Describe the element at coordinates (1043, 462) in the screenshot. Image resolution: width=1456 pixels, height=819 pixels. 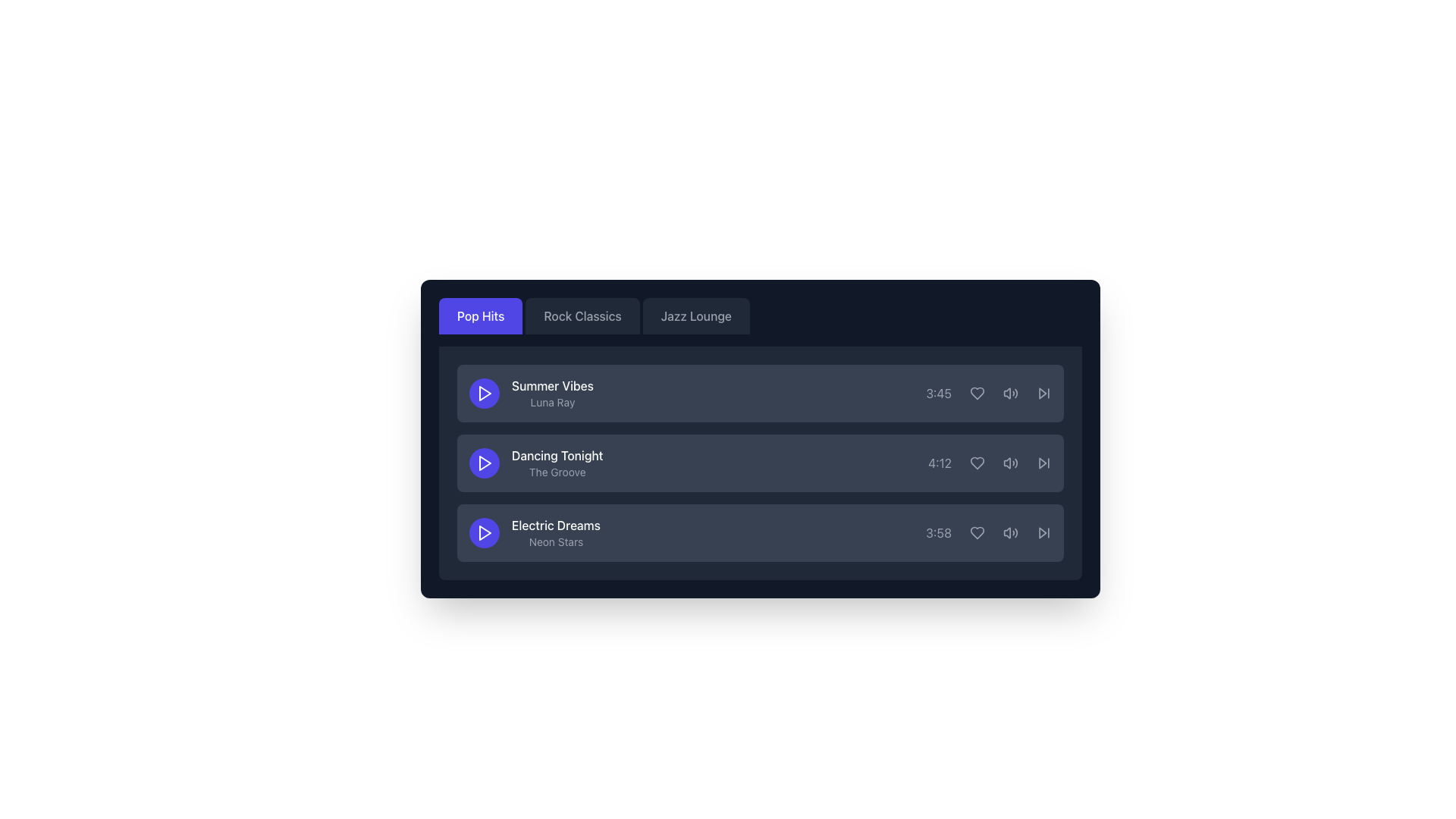
I see `the forward navigation icon, a double-chevron pointing to the right, located at the far right of the second song item ('Dancing Tonight') in the playlist` at that location.